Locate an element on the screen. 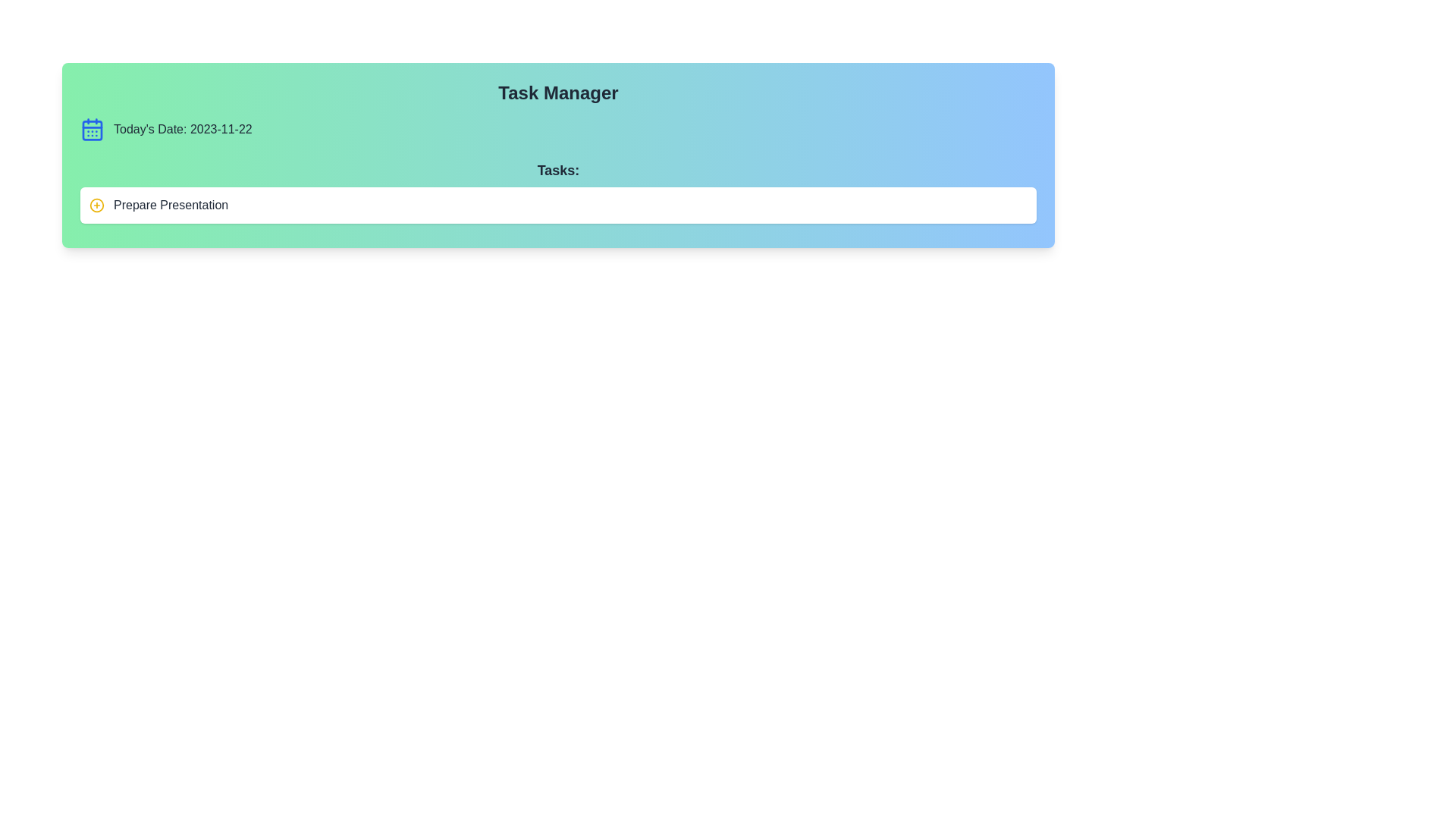 This screenshot has height=819, width=1456. the icon located on the left side of the 'Prepare Presentation' block is located at coordinates (96, 205).